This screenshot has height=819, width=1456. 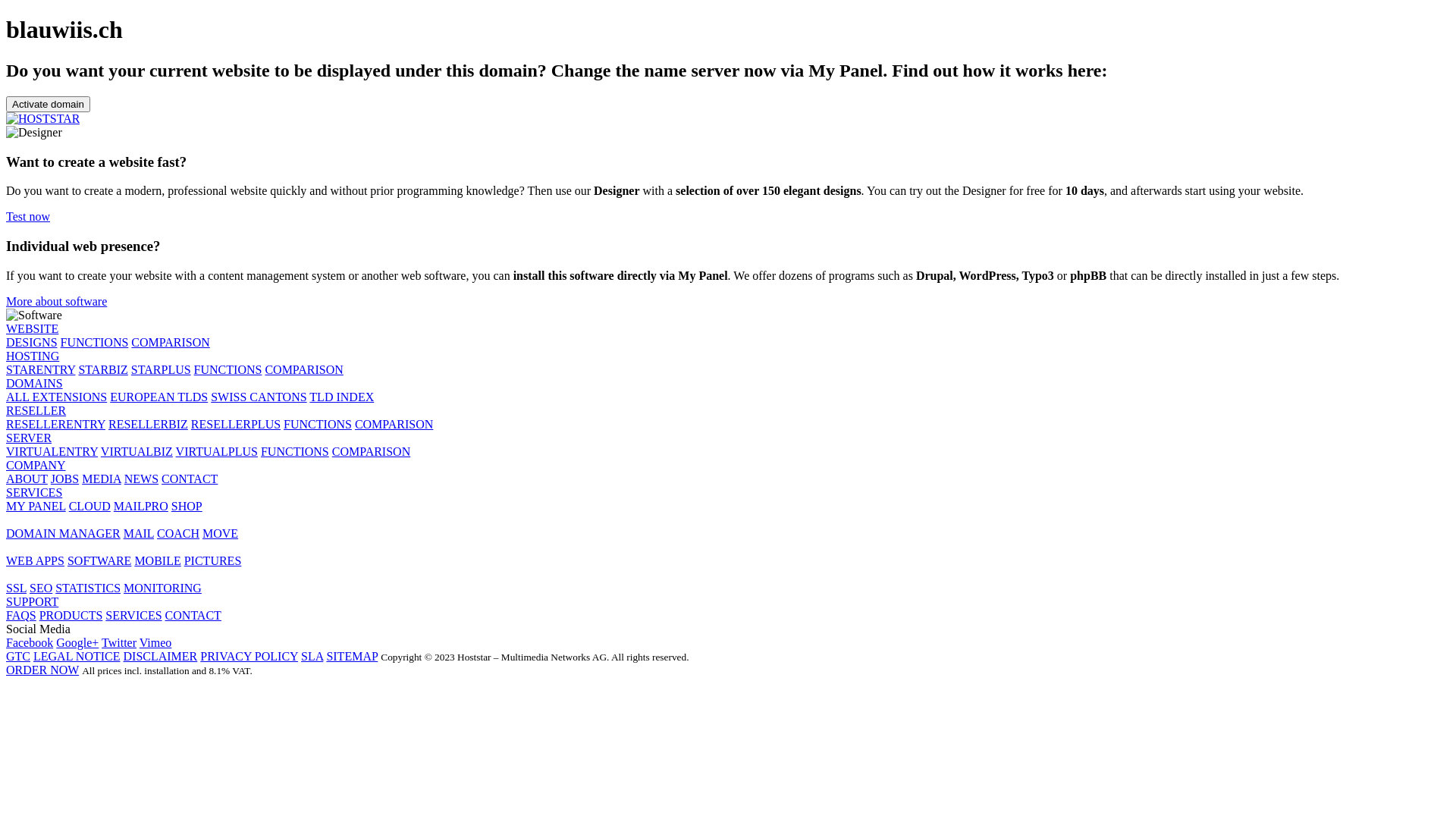 What do you see at coordinates (55, 642) in the screenshot?
I see `'Google+'` at bounding box center [55, 642].